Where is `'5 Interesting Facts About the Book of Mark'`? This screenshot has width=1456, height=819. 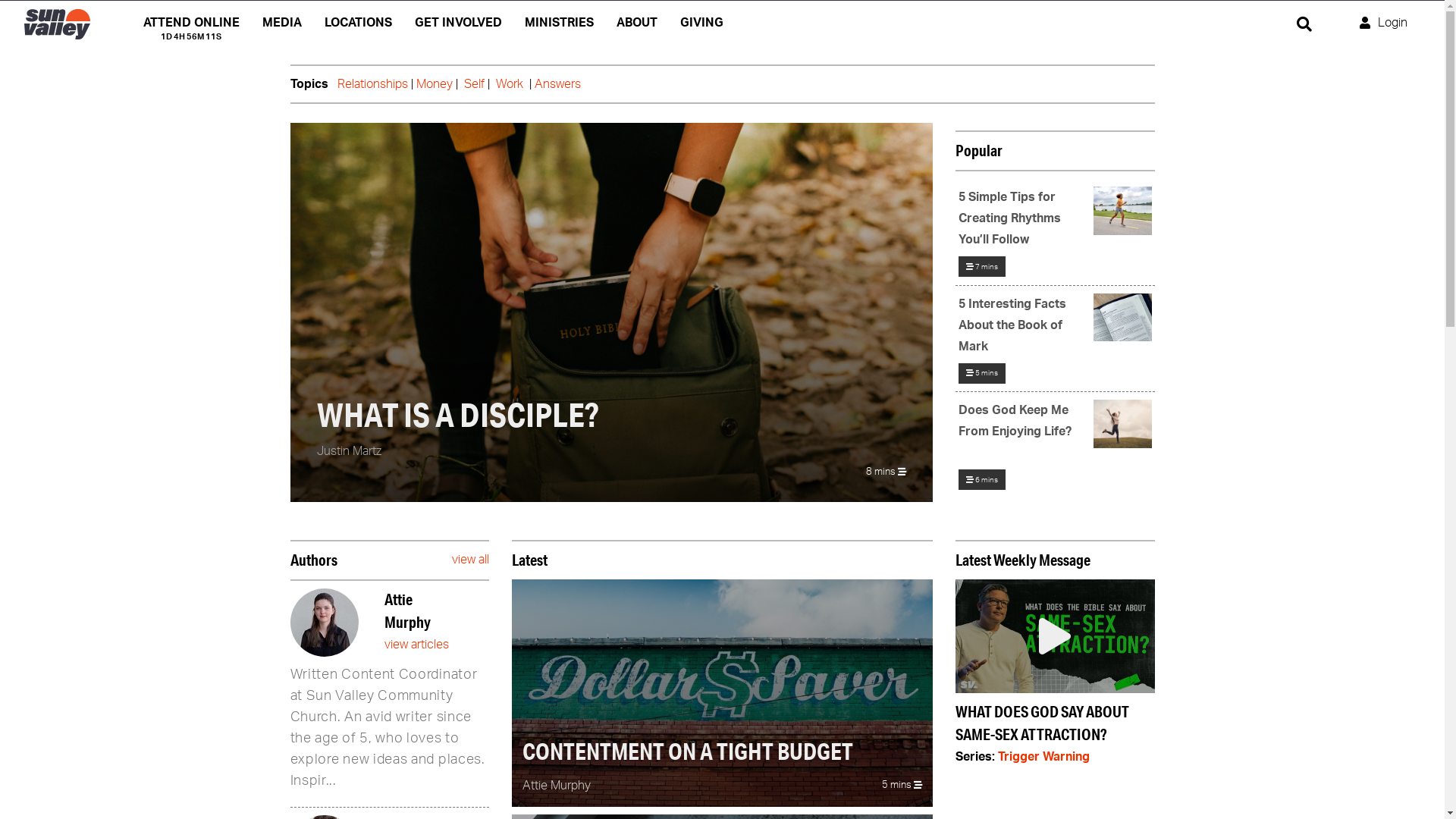 '5 Interesting Facts About the Book of Mark' is located at coordinates (1055, 324).